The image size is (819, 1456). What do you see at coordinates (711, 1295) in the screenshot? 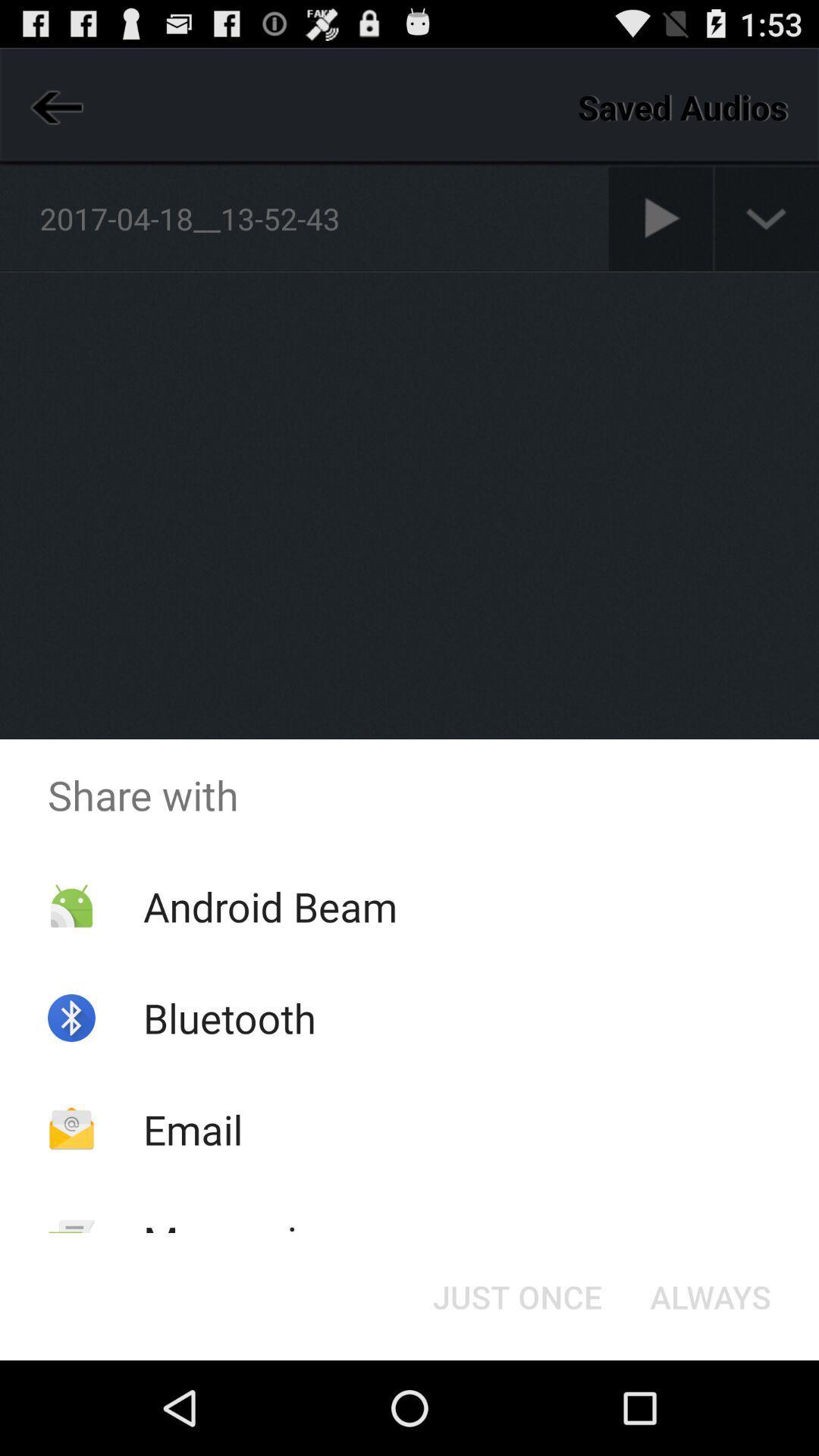
I see `button to the right of the just once button` at bounding box center [711, 1295].